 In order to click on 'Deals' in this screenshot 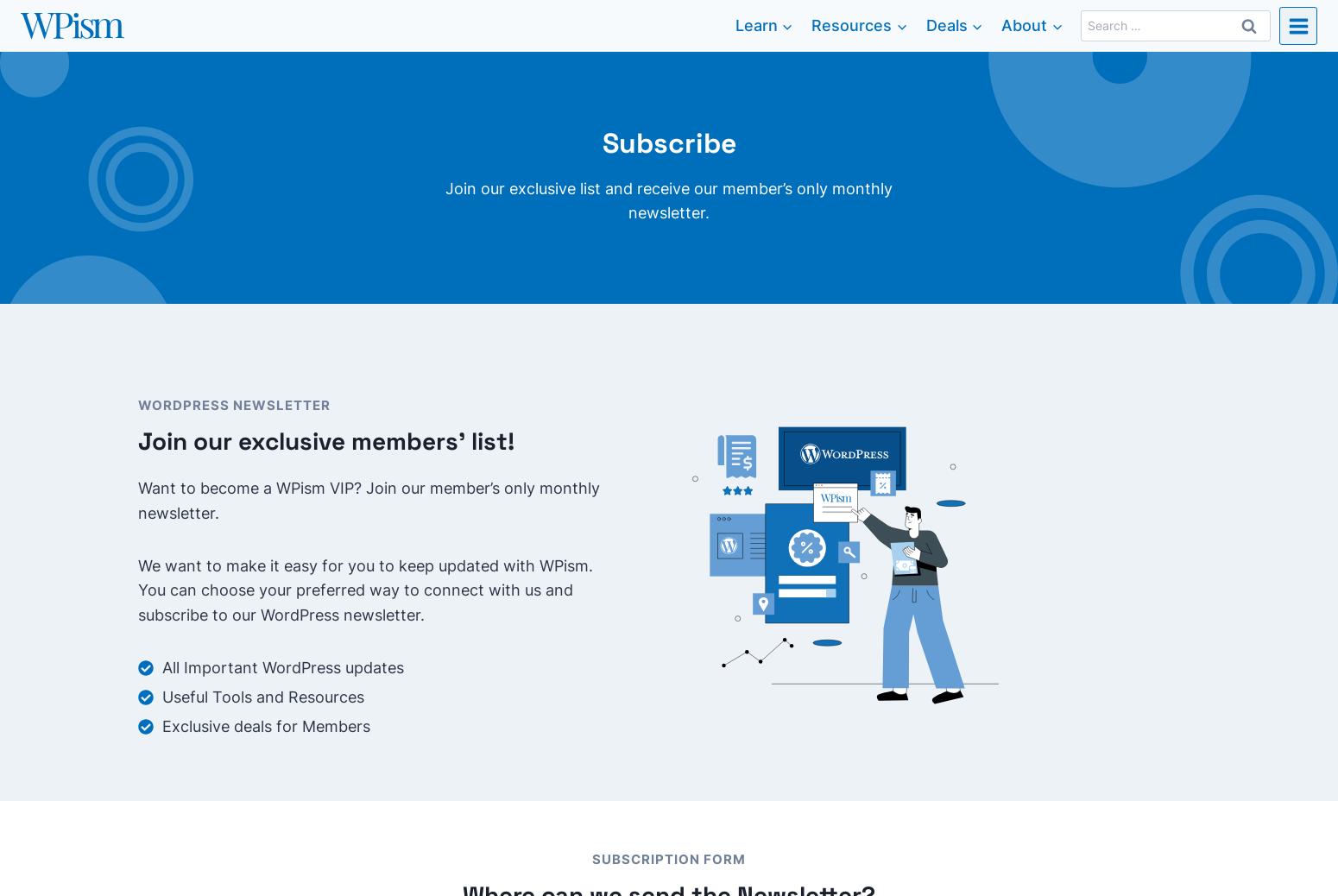, I will do `click(945, 23)`.